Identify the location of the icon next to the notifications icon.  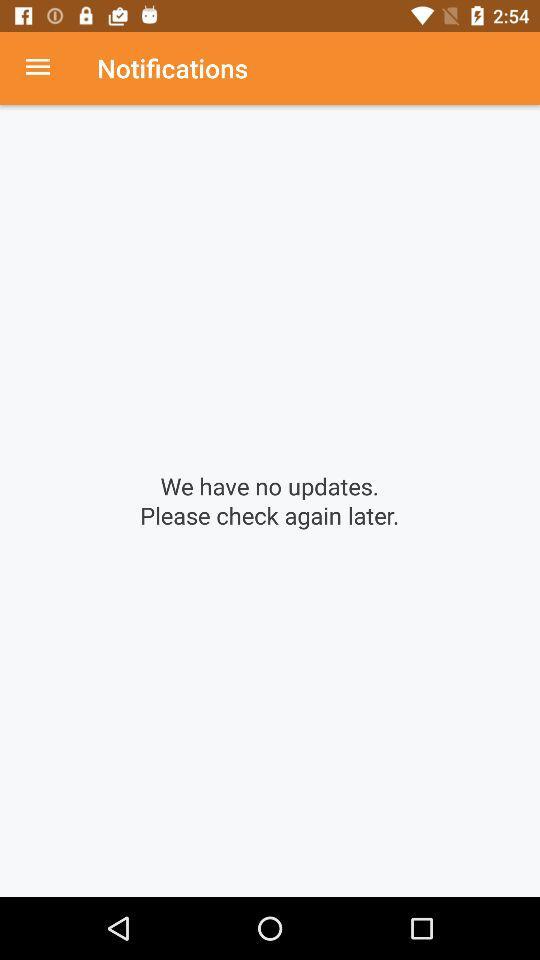
(48, 68).